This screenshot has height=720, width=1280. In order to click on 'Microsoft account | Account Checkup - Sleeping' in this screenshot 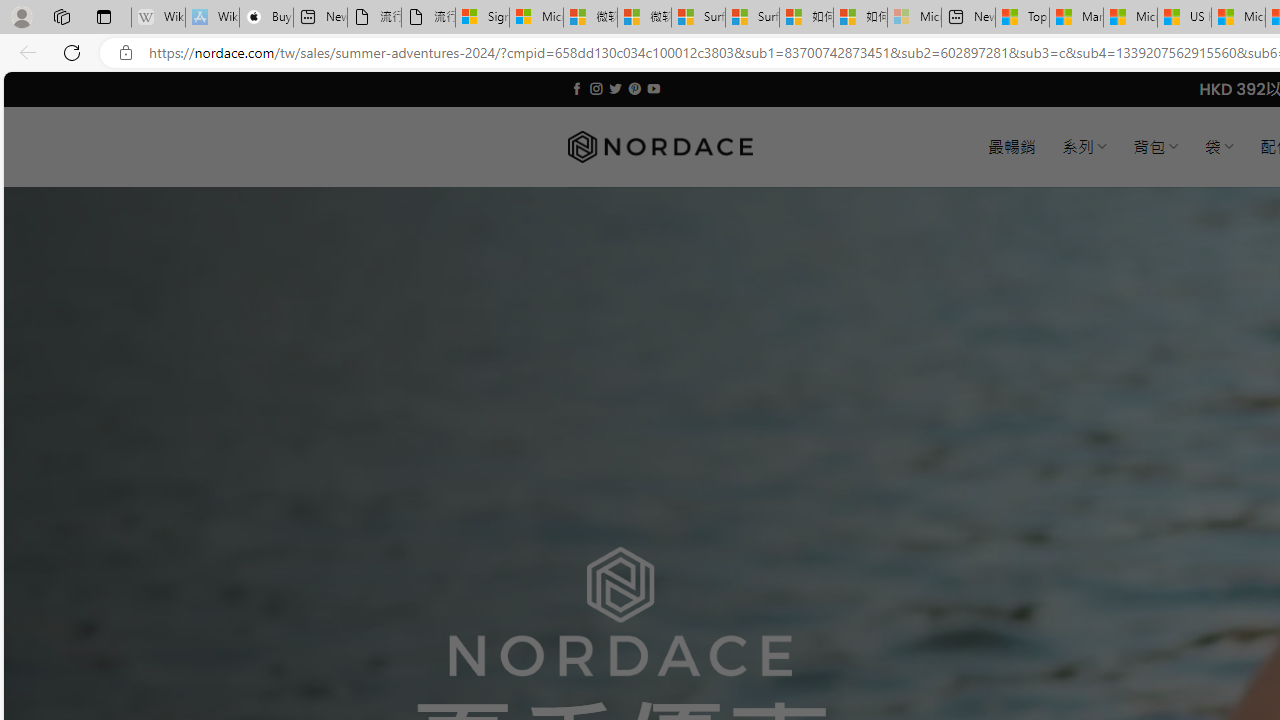, I will do `click(913, 17)`.